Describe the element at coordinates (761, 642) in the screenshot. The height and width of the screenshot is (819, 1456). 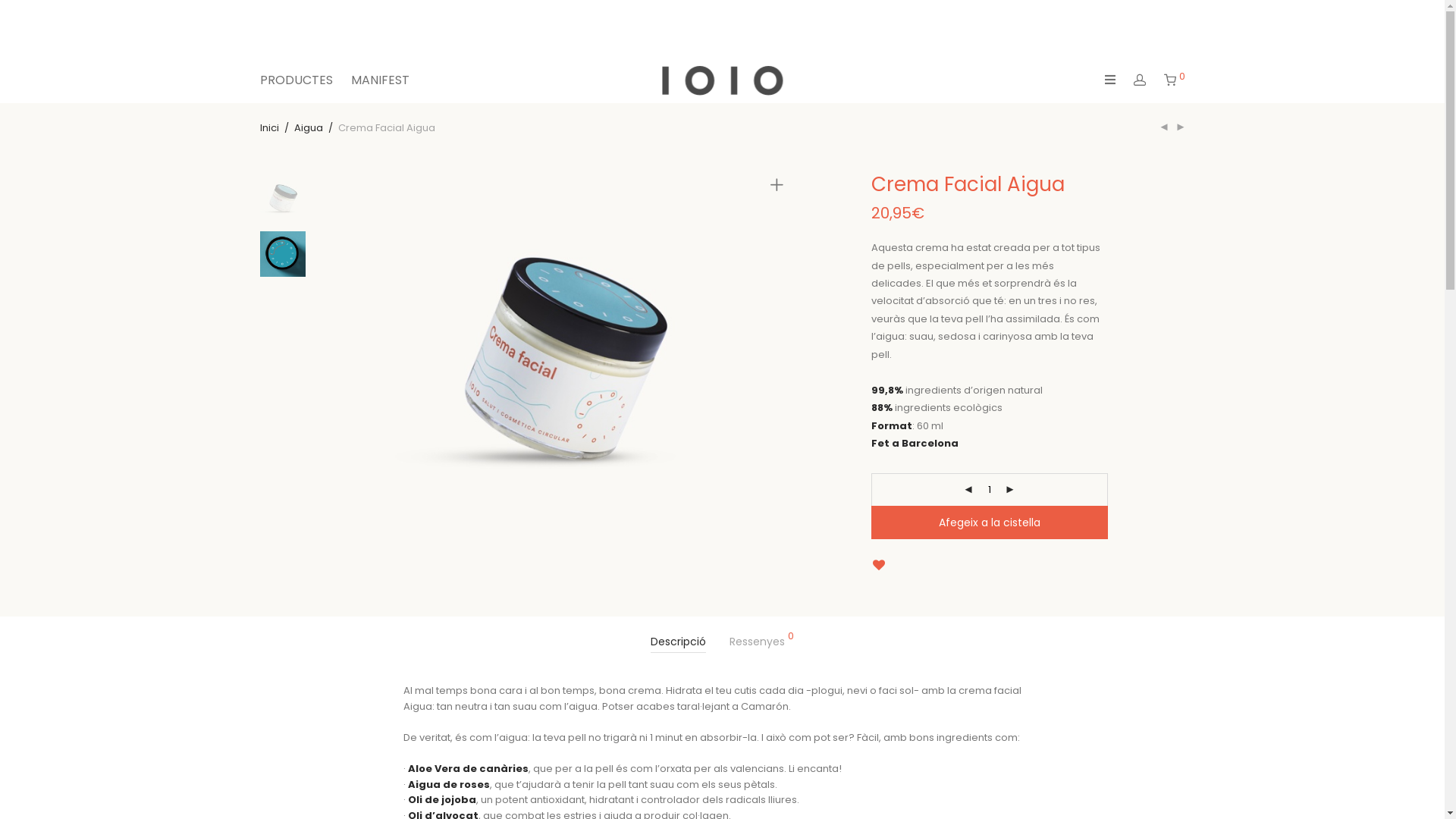
I see `'Ressenyes 0'` at that location.